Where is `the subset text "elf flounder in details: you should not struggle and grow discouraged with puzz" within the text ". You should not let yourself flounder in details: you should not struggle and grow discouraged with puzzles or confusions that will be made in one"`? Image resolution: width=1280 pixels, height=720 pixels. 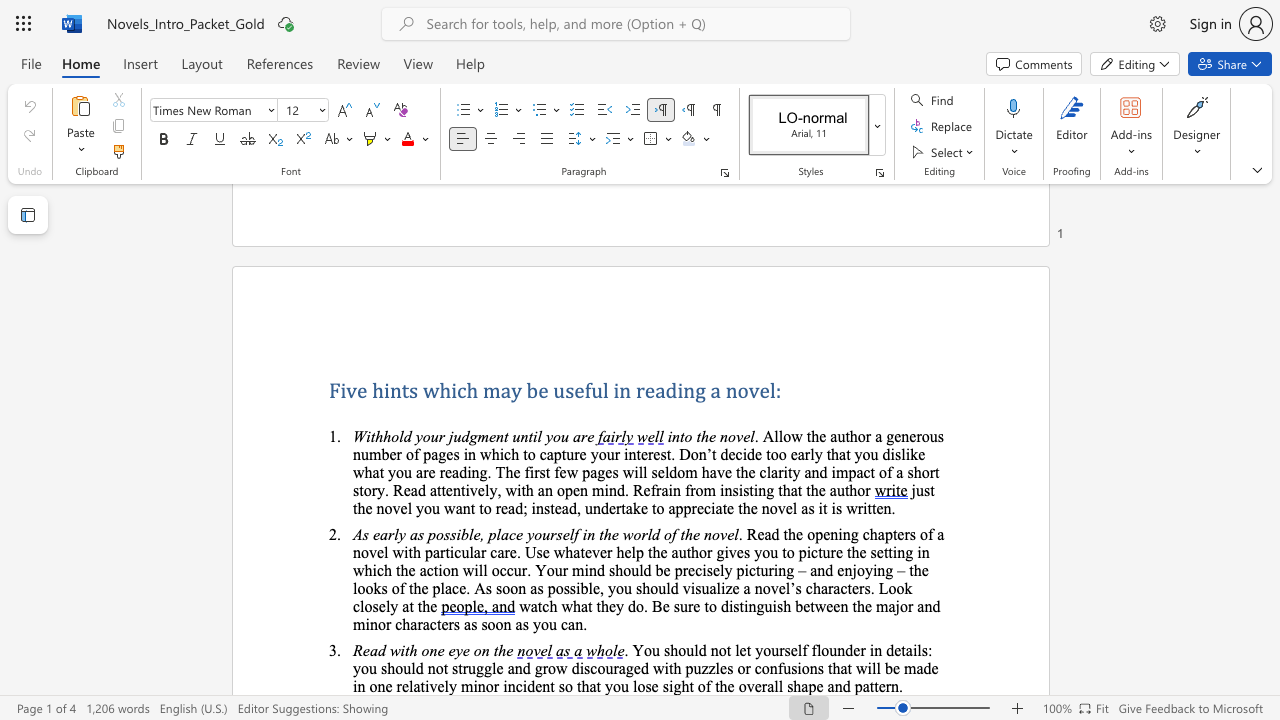
the subset text "elf flounder in details: you should not struggle and grow discouraged with puzz" within the text ". You should not let yourself flounder in details: you should not struggle and grow discouraged with puzzles or confusions that will be made in one" is located at coordinates (789, 650).